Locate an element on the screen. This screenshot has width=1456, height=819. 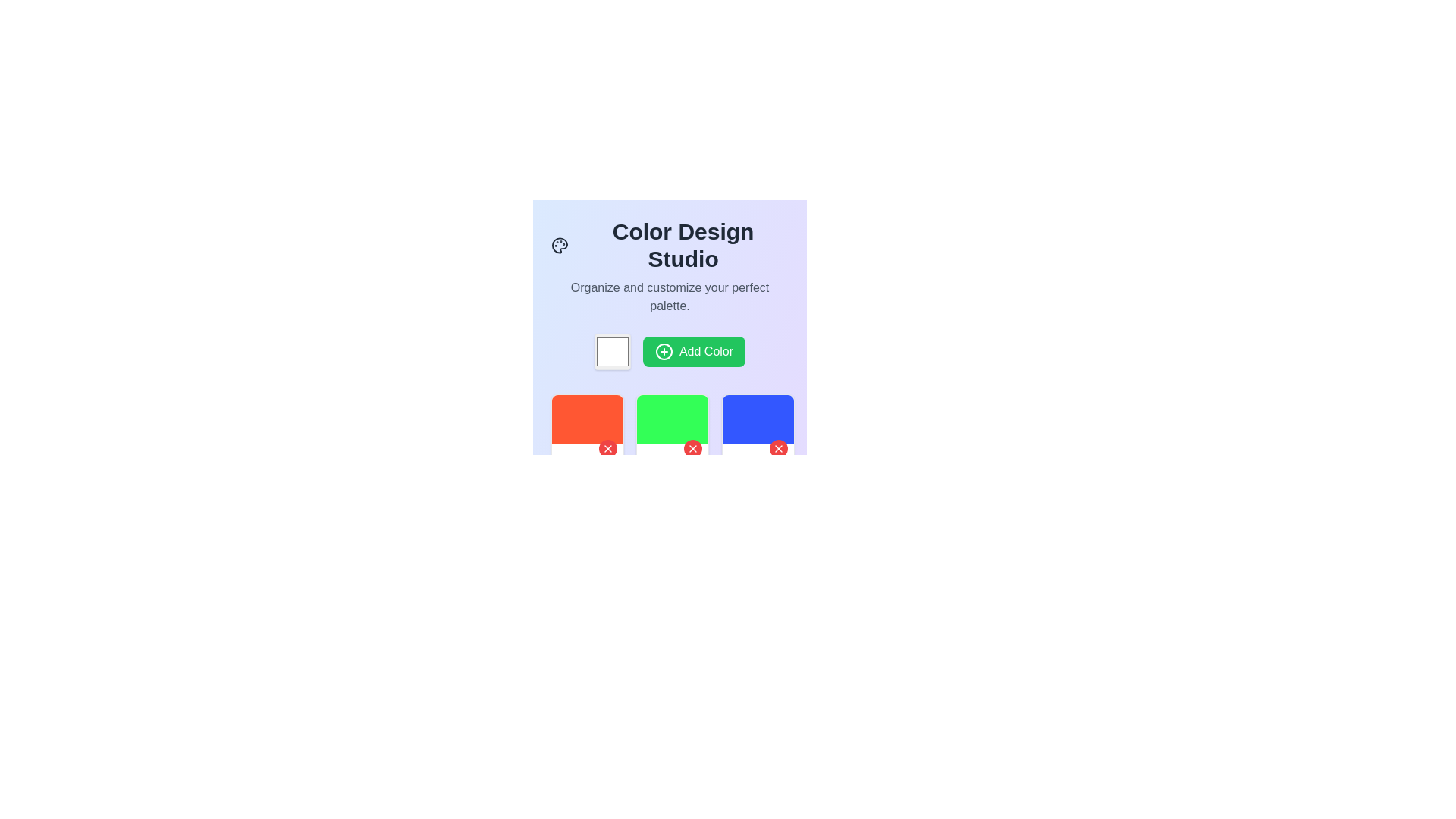
the Text Label that provides descriptive context for the 'Color Design Studio' section, positioned beneath the title and palette icon is located at coordinates (669, 297).